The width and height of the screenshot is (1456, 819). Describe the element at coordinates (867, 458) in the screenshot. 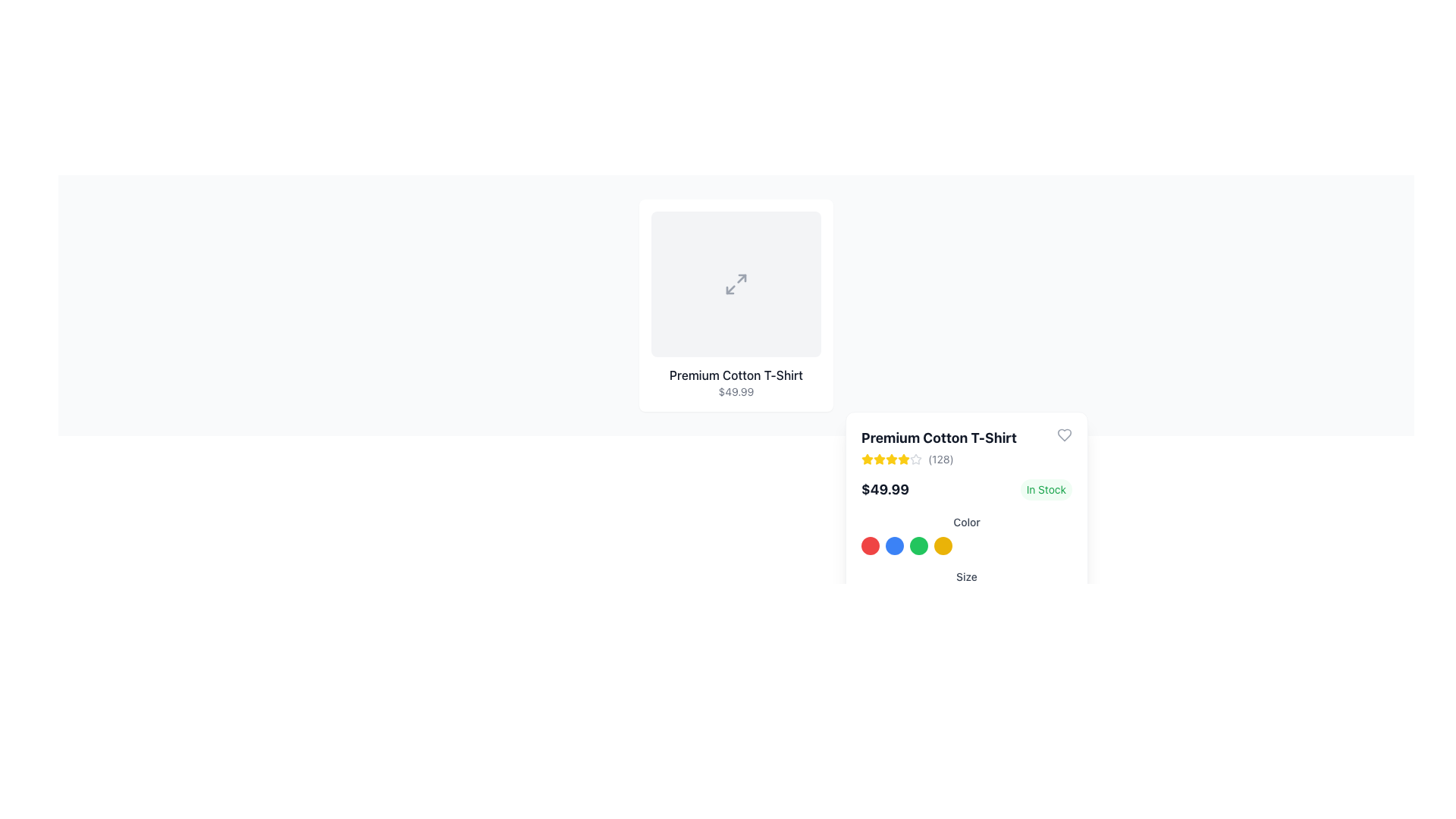

I see `the first star icon in the star rating system, which represents the filled star in a five-star scale located below the product title` at that location.